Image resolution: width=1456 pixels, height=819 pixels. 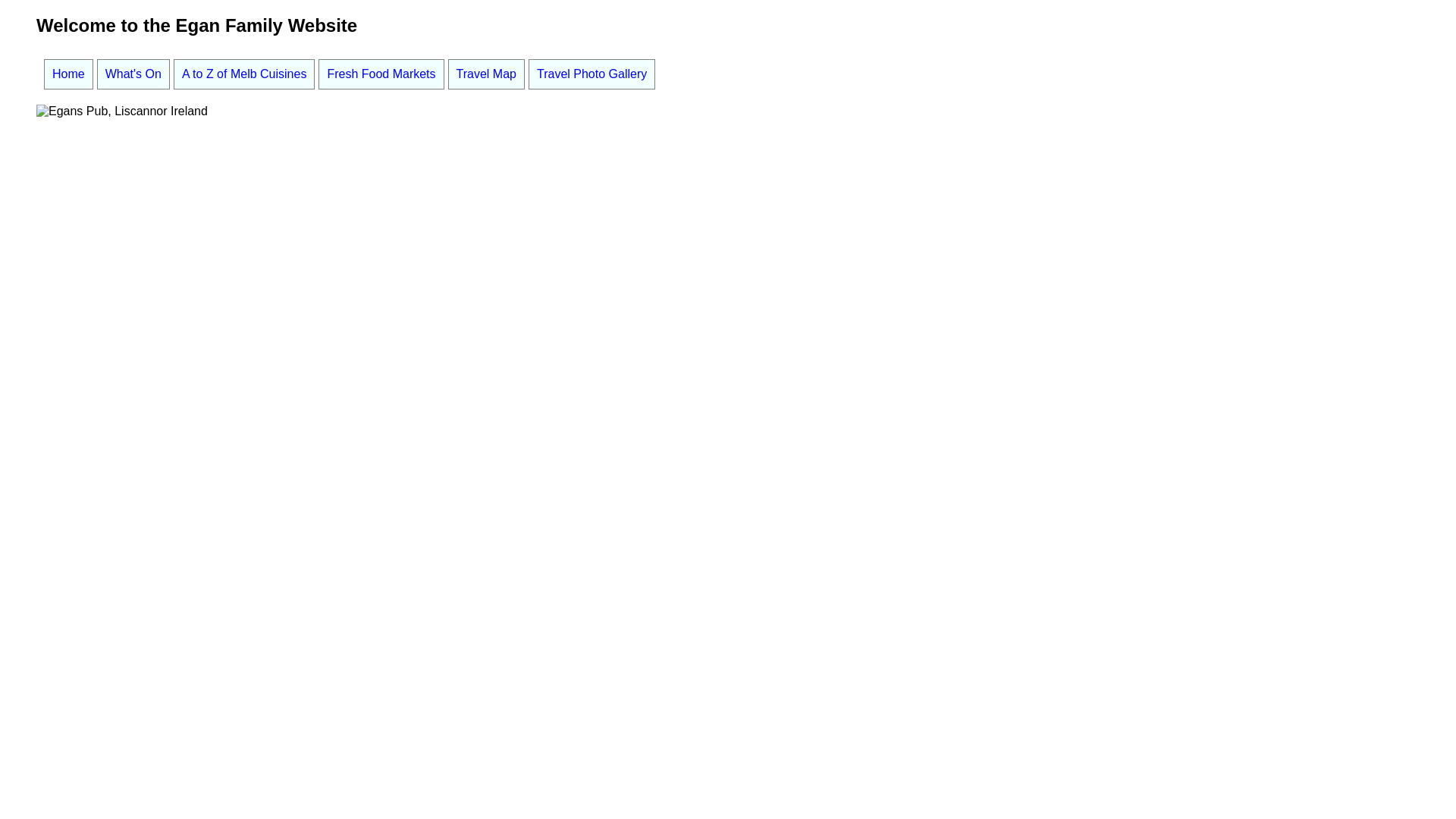 I want to click on 'Egans Pub, Liscannor Ireland', so click(x=122, y=110).